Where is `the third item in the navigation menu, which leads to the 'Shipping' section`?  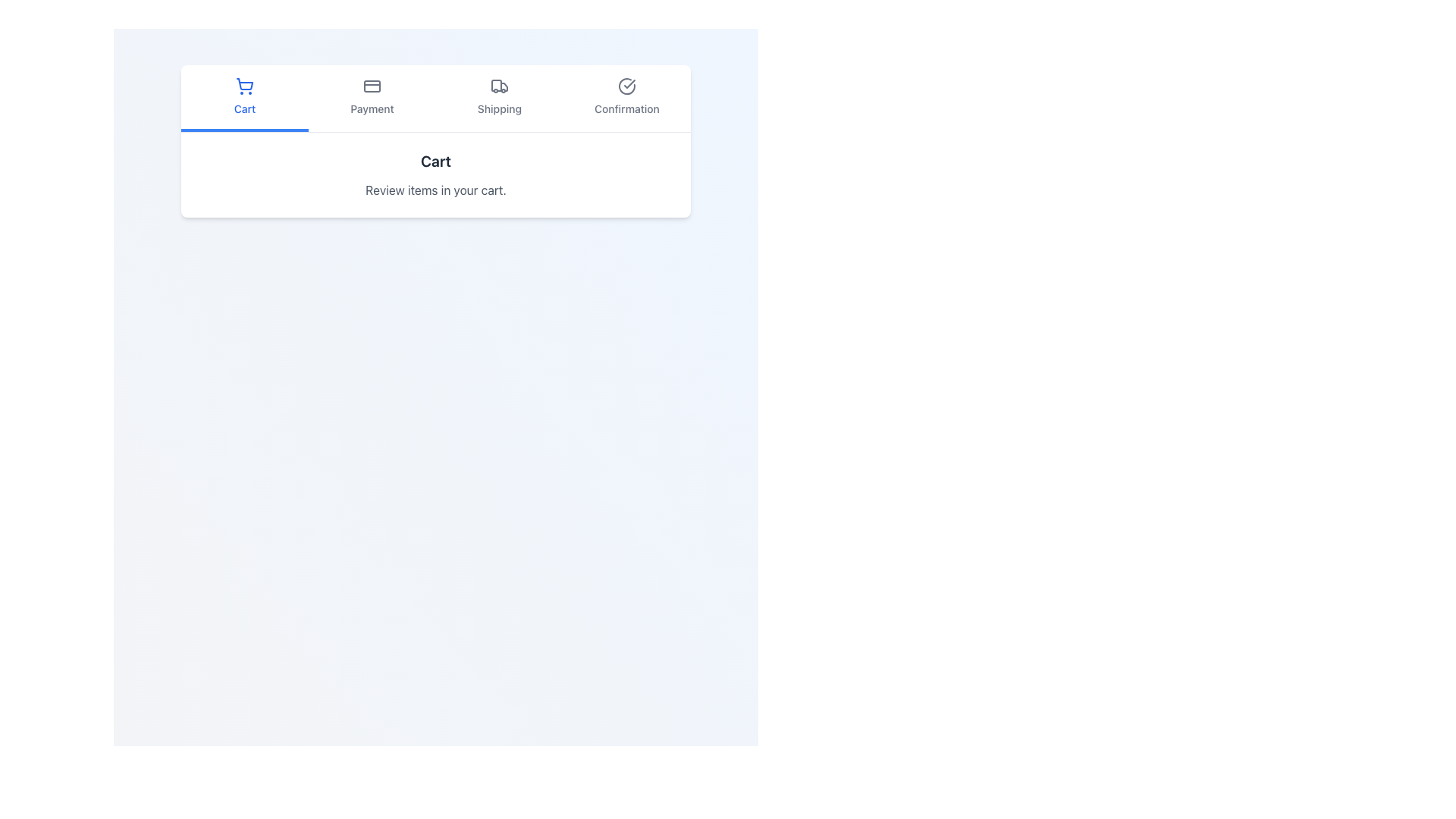 the third item in the navigation menu, which leads to the 'Shipping' section is located at coordinates (499, 99).